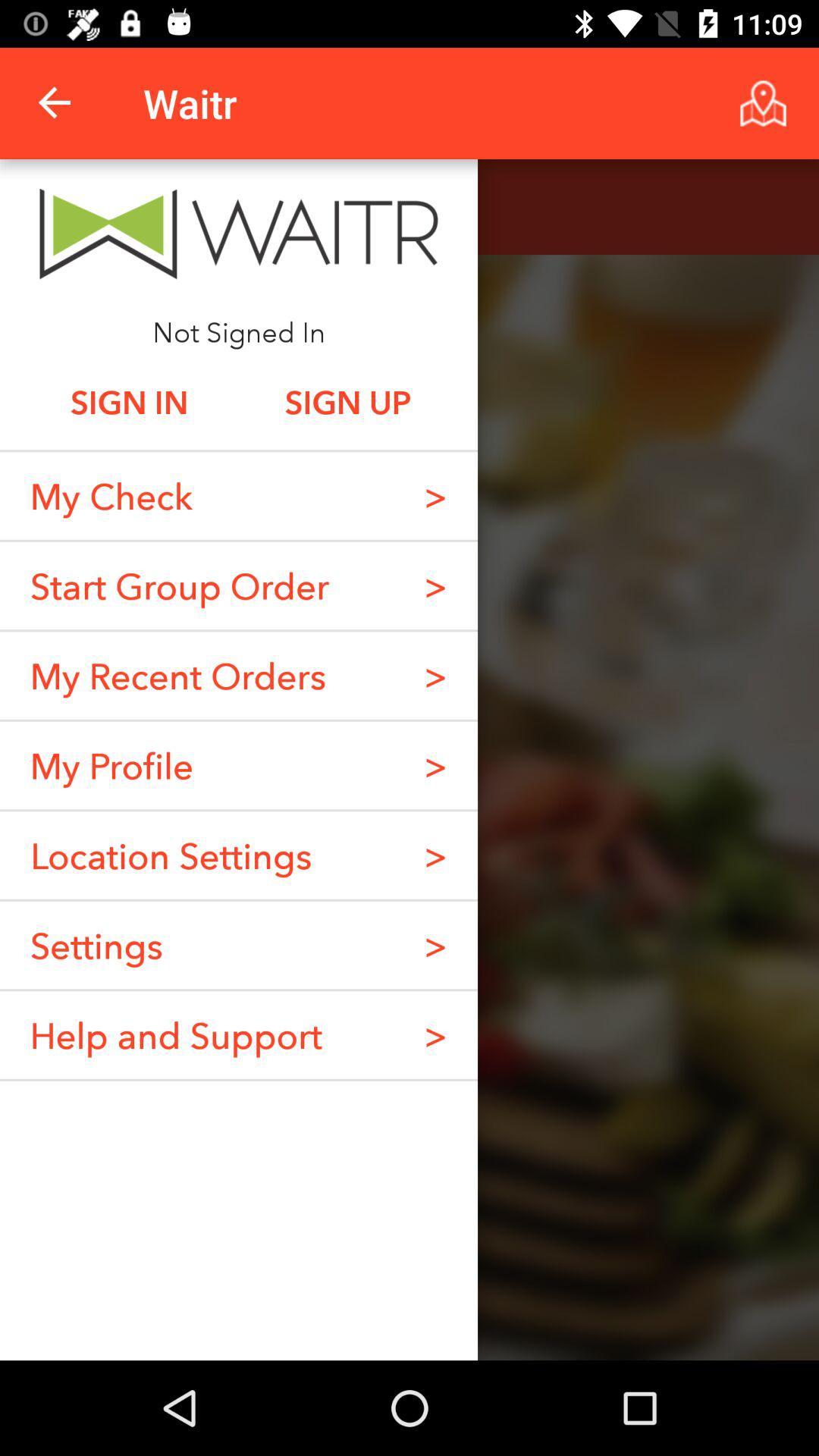 This screenshot has width=819, height=1456. Describe the element at coordinates (435, 585) in the screenshot. I see `the item to the right of start group order icon` at that location.